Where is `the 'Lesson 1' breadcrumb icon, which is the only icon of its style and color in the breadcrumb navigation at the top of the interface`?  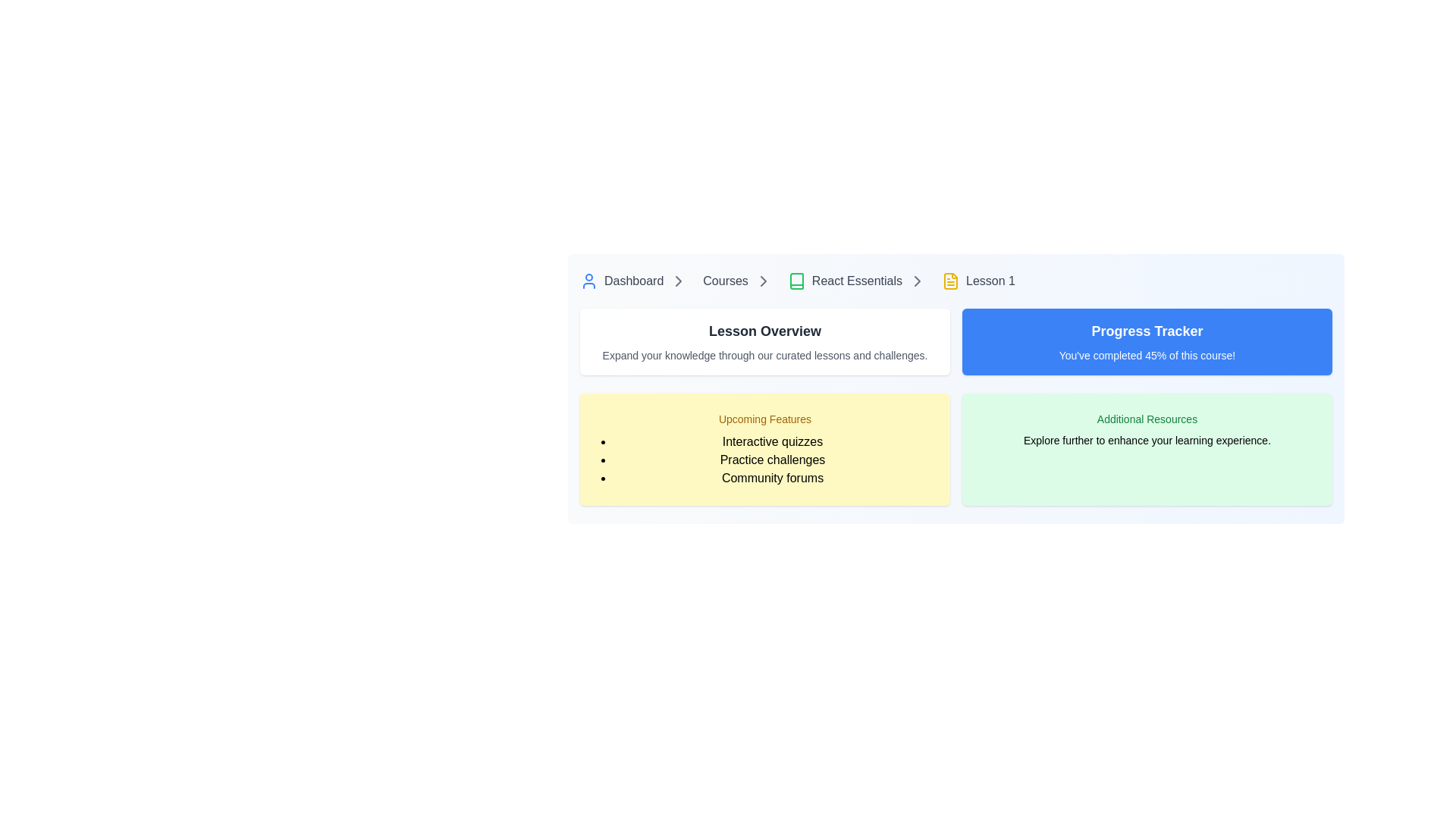
the 'Lesson 1' breadcrumb icon, which is the only icon of its style and color in the breadcrumb navigation at the top of the interface is located at coordinates (949, 281).